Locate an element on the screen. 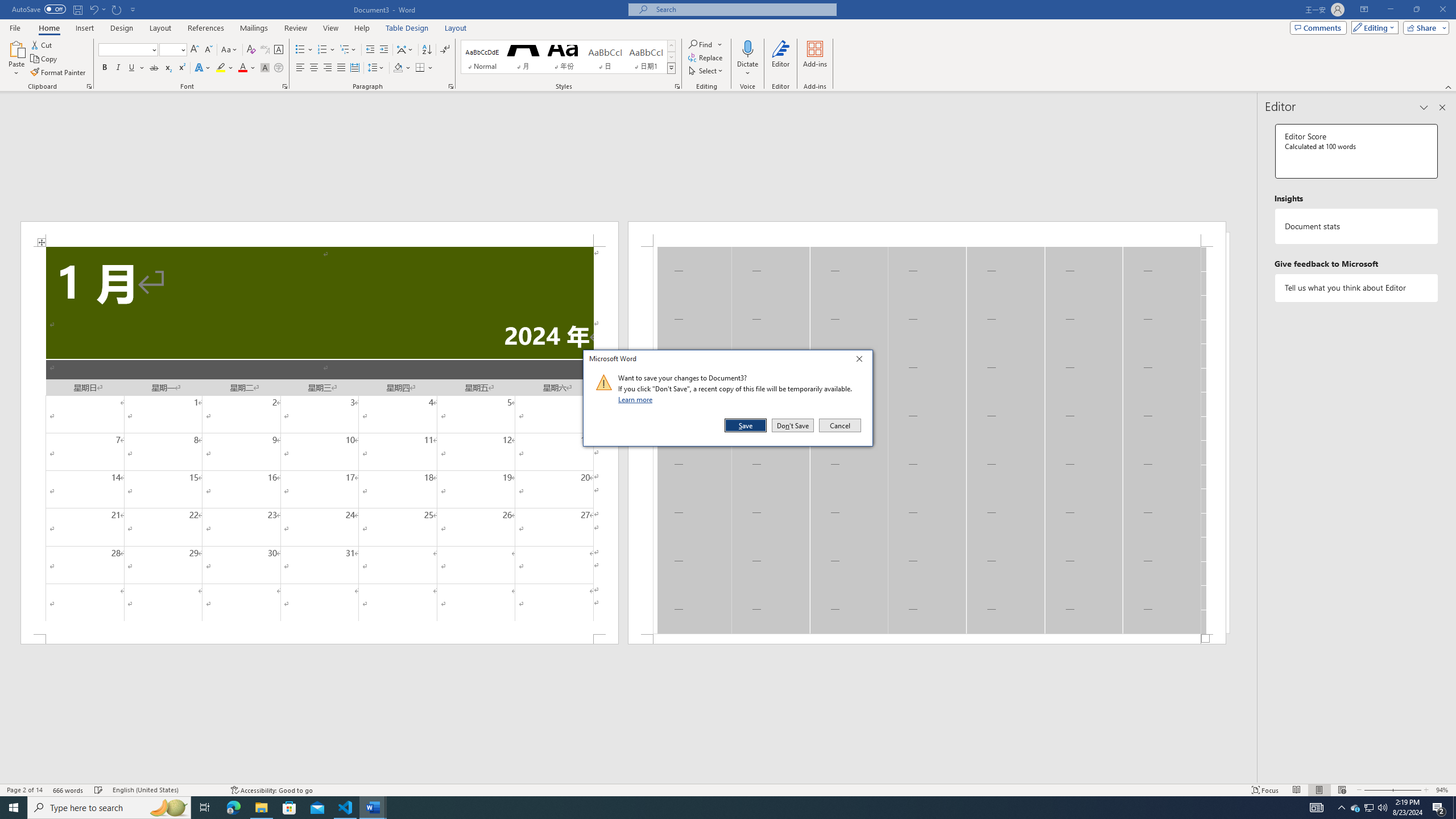 The width and height of the screenshot is (1456, 819). 'More Options' is located at coordinates (747, 68).